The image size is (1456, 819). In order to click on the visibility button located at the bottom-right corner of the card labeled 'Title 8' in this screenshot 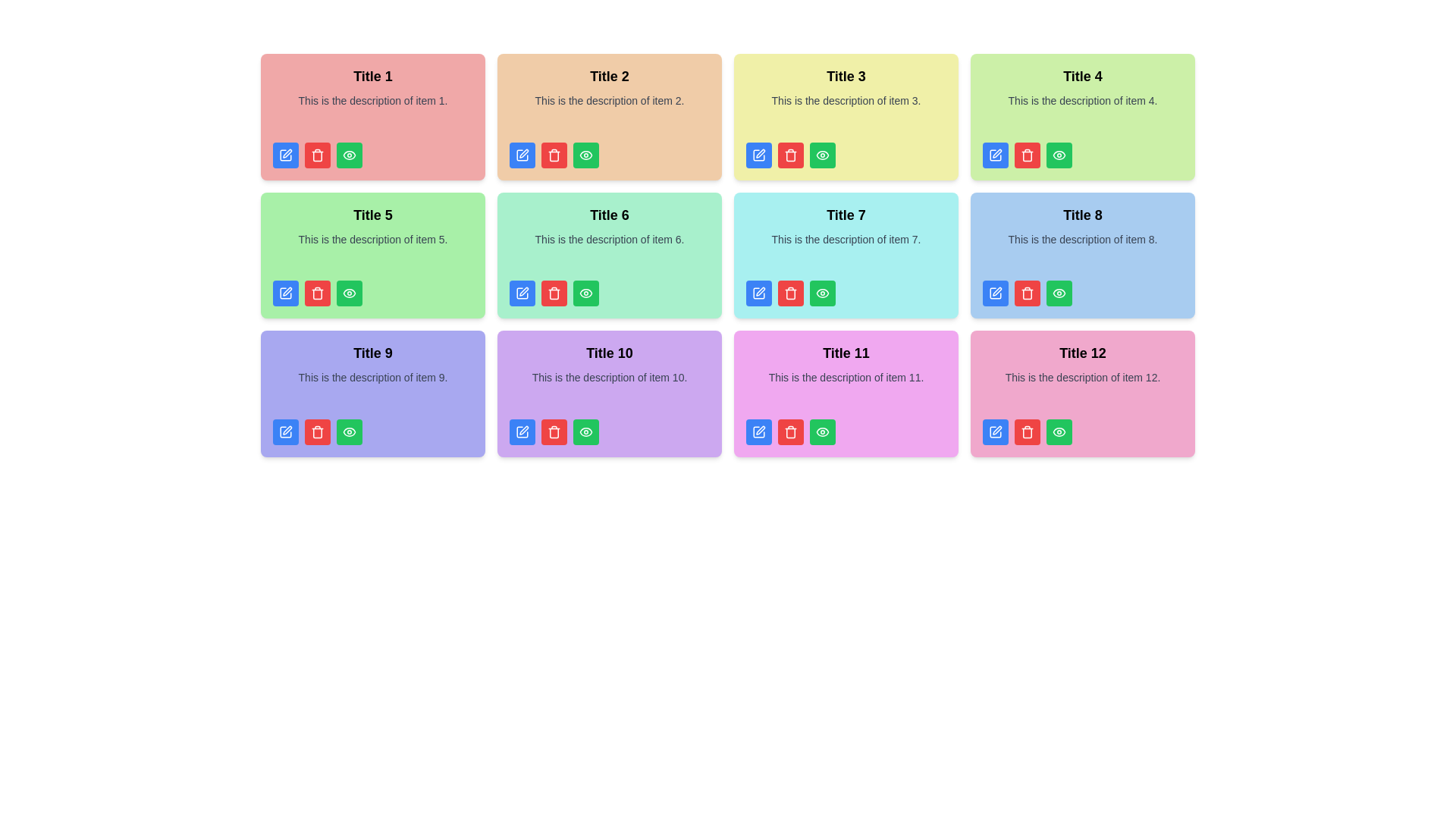, I will do `click(1058, 293)`.